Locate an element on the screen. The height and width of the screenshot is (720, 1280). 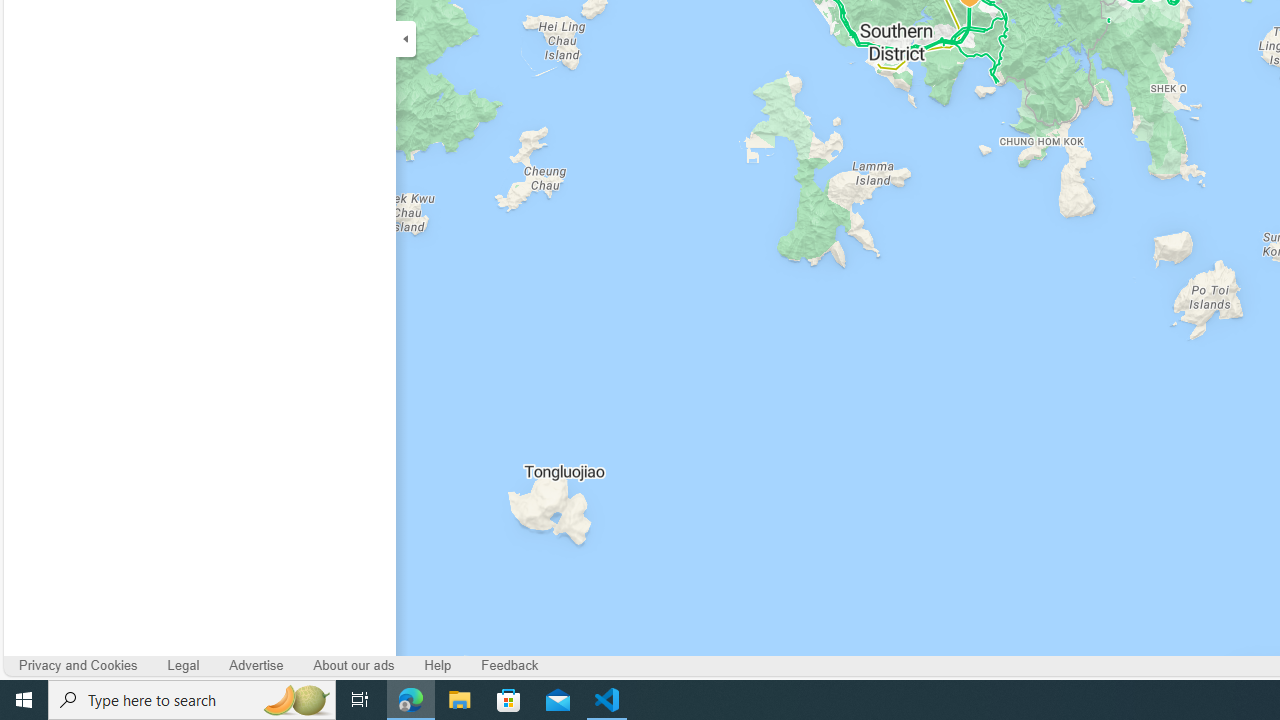
'Privacy and Cookies' is located at coordinates (78, 666).